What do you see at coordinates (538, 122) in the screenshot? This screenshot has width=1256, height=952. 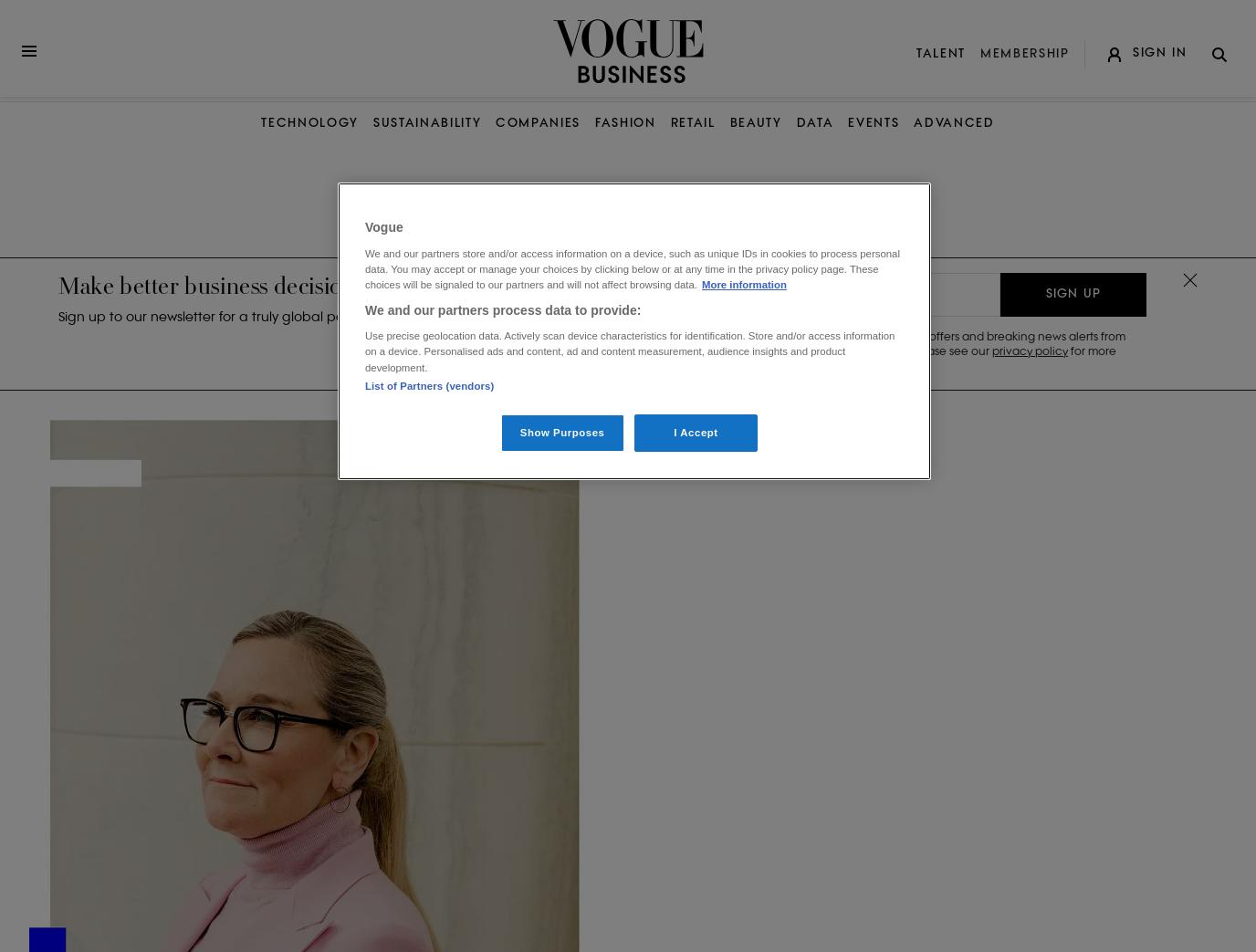 I see `'Companies'` at bounding box center [538, 122].